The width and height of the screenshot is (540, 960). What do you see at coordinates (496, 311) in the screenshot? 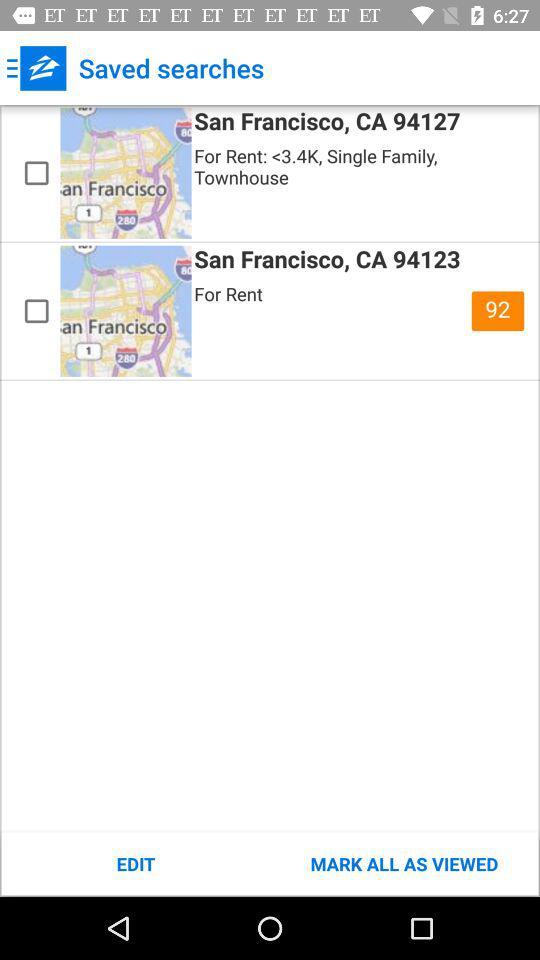
I see `icon next to the san francisco ca` at bounding box center [496, 311].